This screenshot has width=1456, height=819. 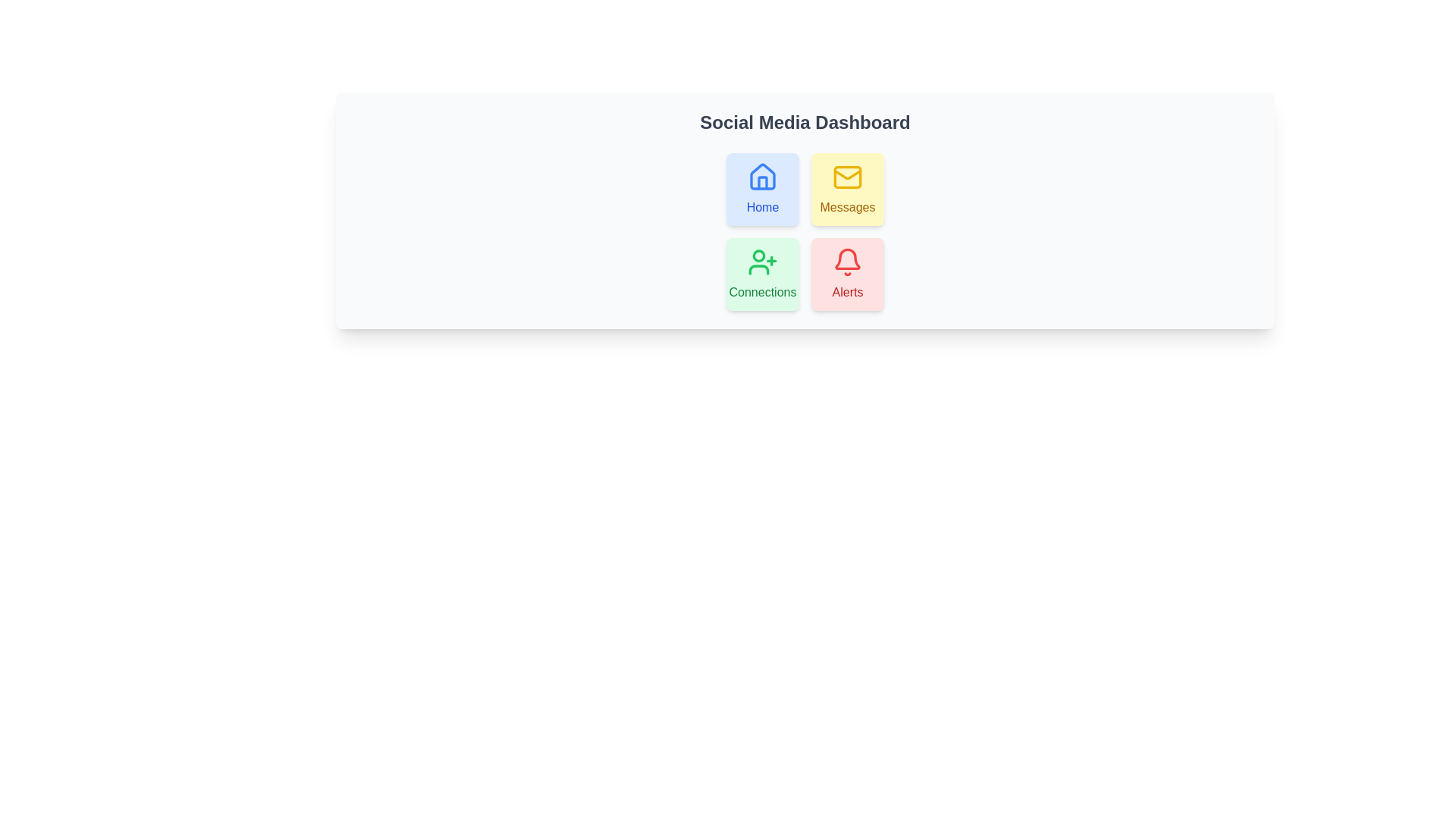 What do you see at coordinates (847, 189) in the screenshot?
I see `the 'Messages' button located in the top-right of the 2x2 grid layout in the 'Social Media Dashboard'` at bounding box center [847, 189].